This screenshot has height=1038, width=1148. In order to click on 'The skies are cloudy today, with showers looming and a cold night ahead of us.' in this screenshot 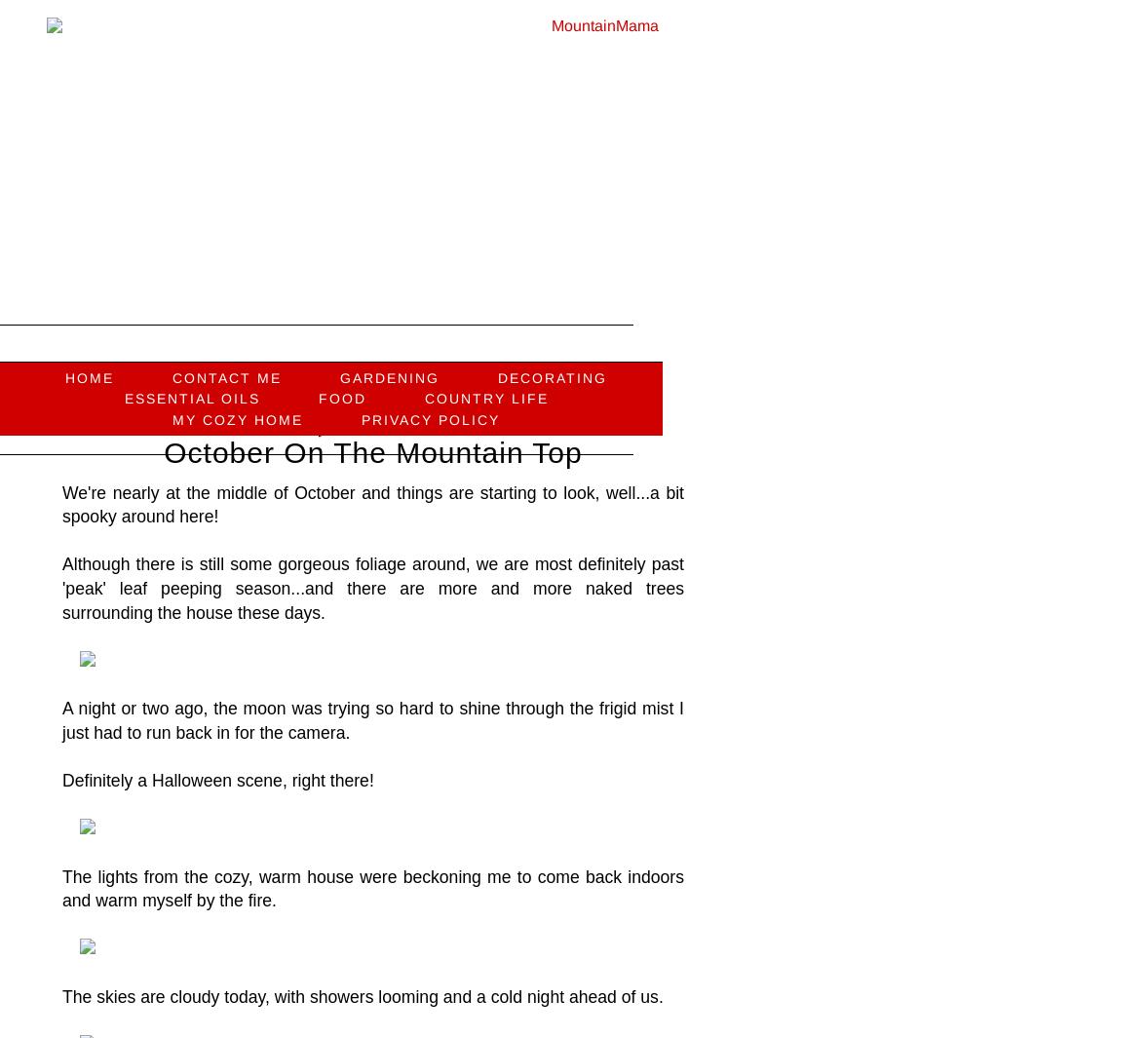, I will do `click(364, 995)`.